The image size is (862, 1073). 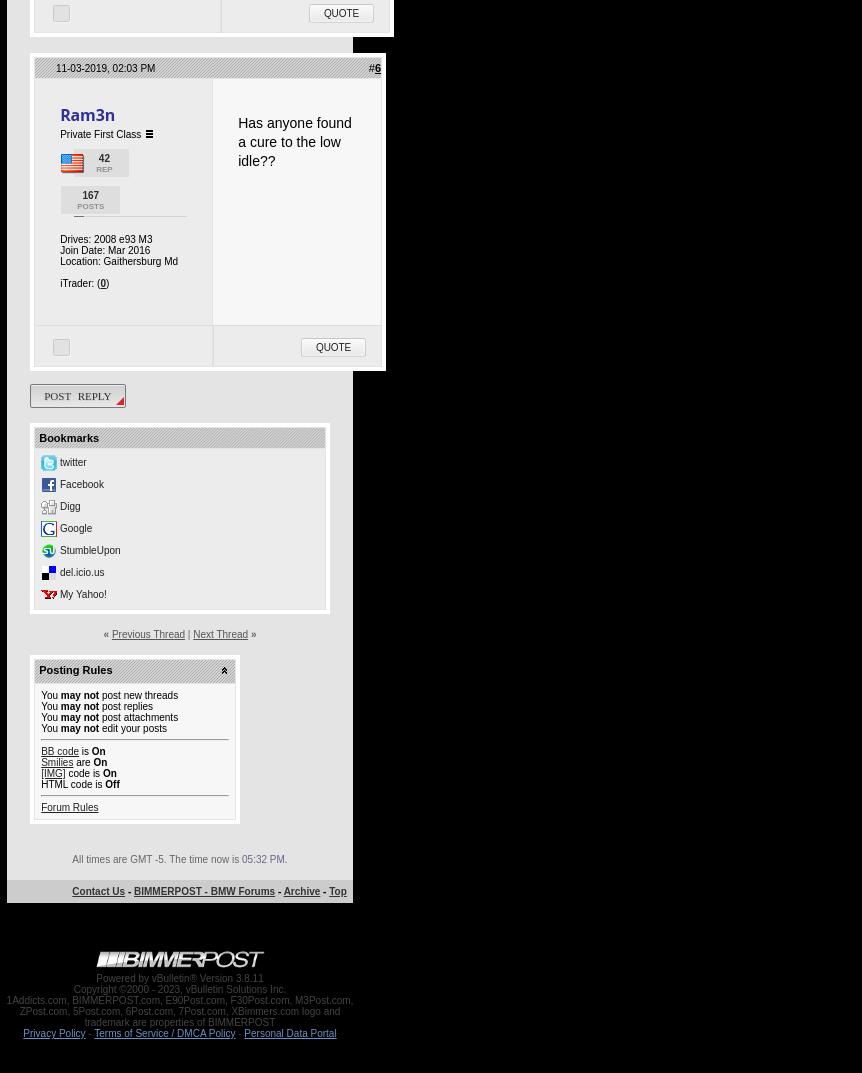 What do you see at coordinates (164, 1033) in the screenshot?
I see `'Terms of Service / DMCA Policy'` at bounding box center [164, 1033].